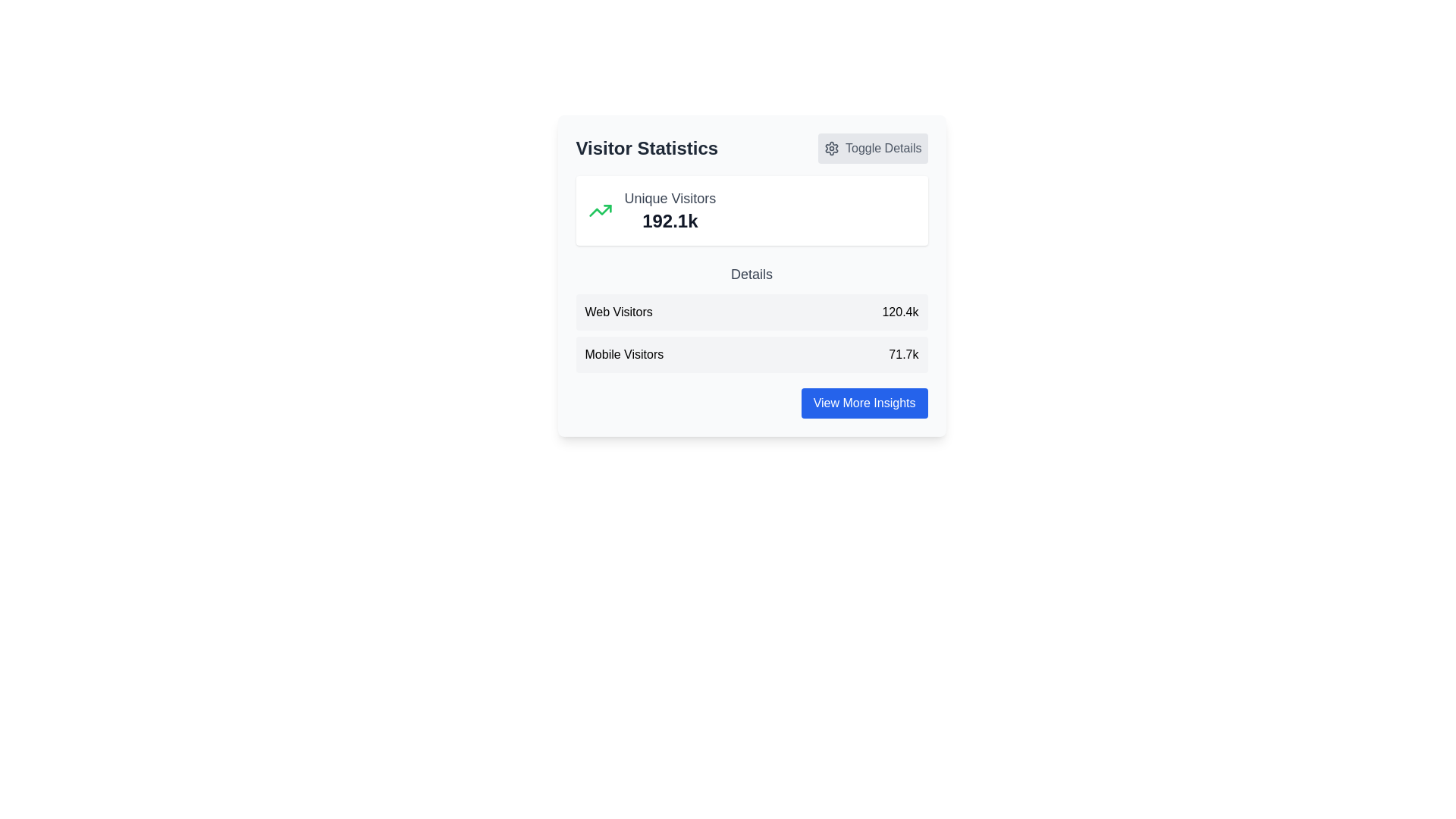 This screenshot has height=819, width=1456. What do you see at coordinates (883, 149) in the screenshot?
I see `the 'Toggle Details' label` at bounding box center [883, 149].